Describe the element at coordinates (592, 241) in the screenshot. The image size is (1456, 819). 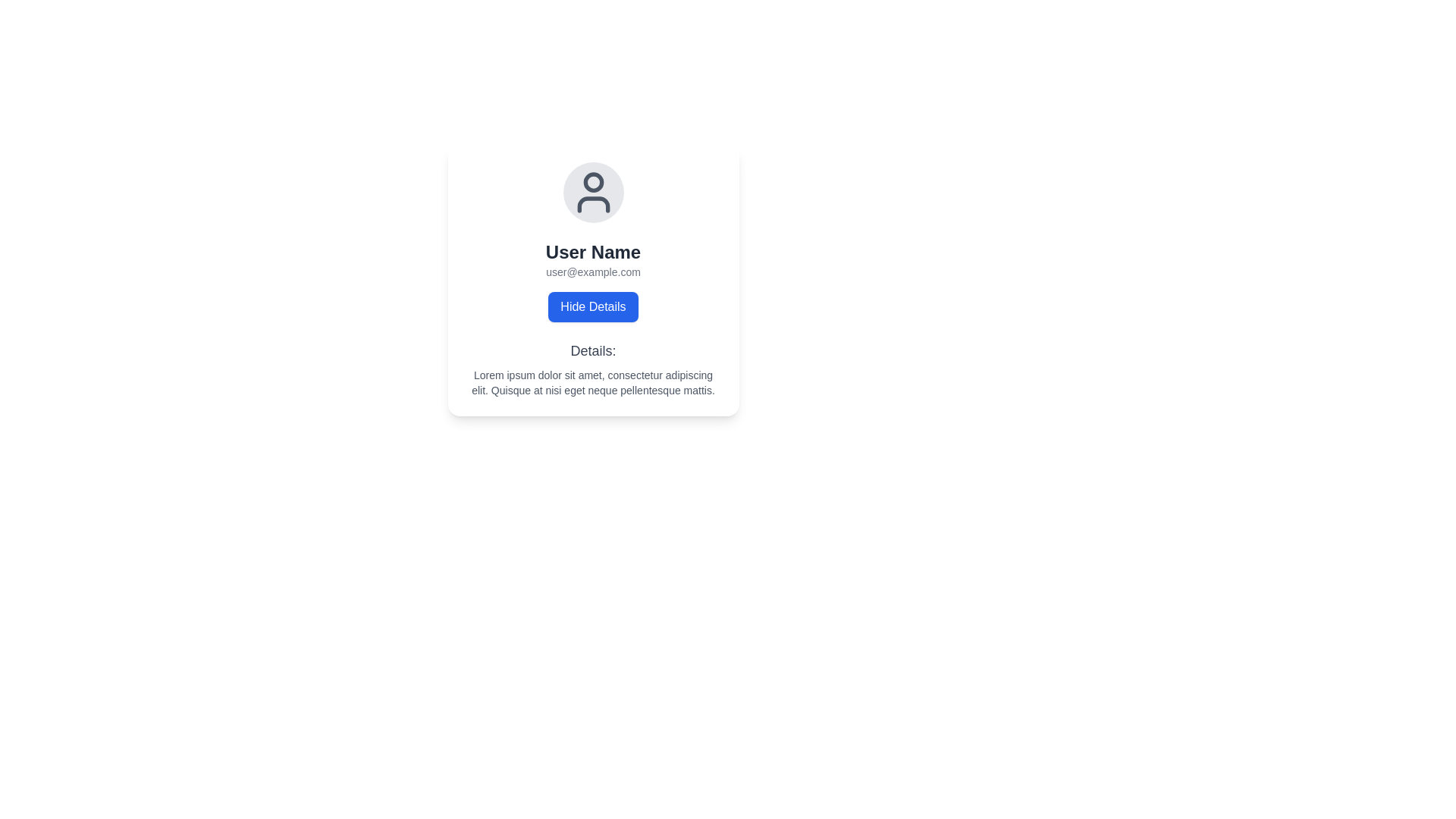
I see `user information presented in the Composite UI element containing an icon, centered text 'User Name' and 'user@example.com', and a blue button labeled 'Hide Details'` at that location.